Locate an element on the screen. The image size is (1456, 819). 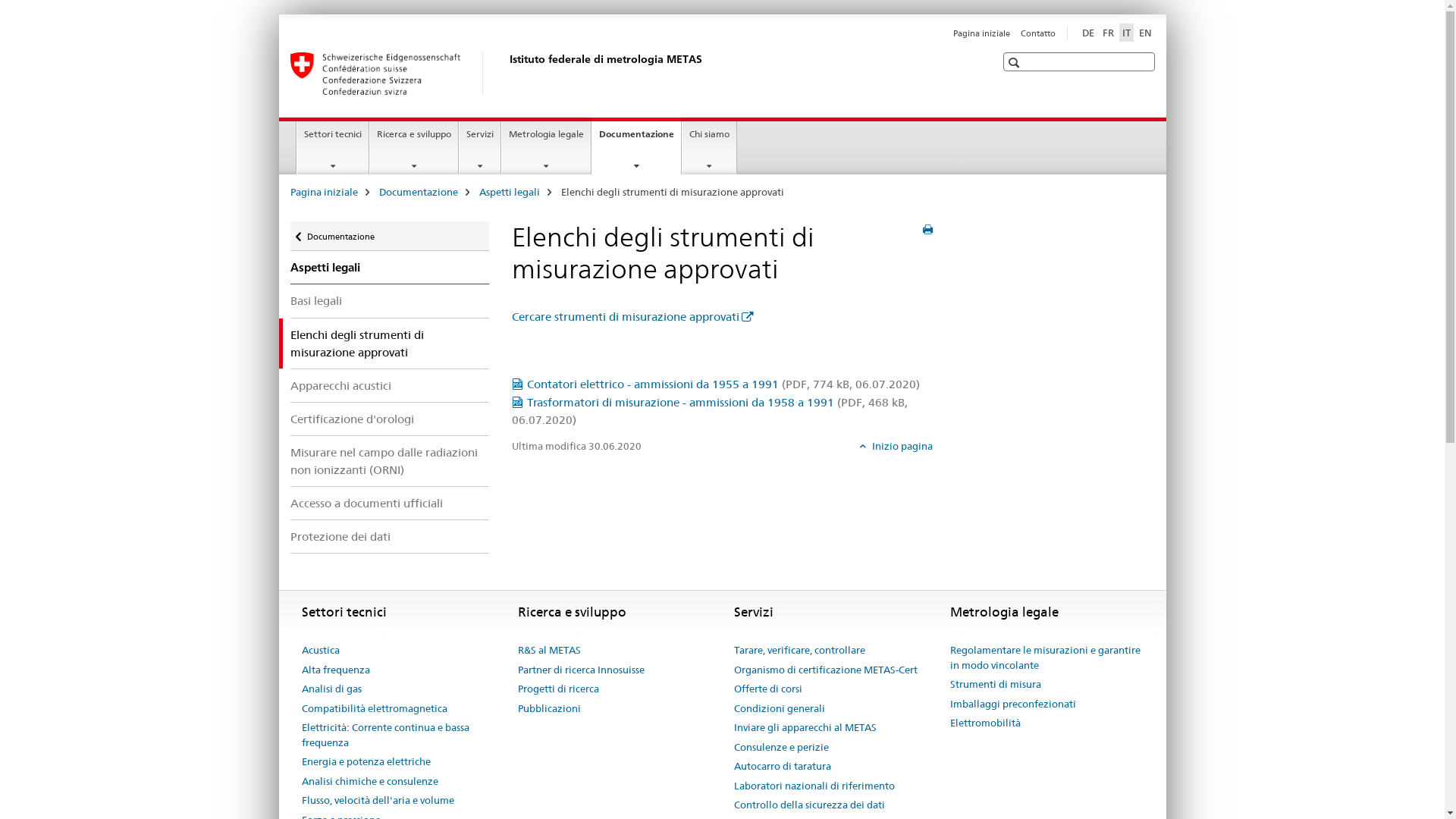
'Condizioni generali' is located at coordinates (779, 708).